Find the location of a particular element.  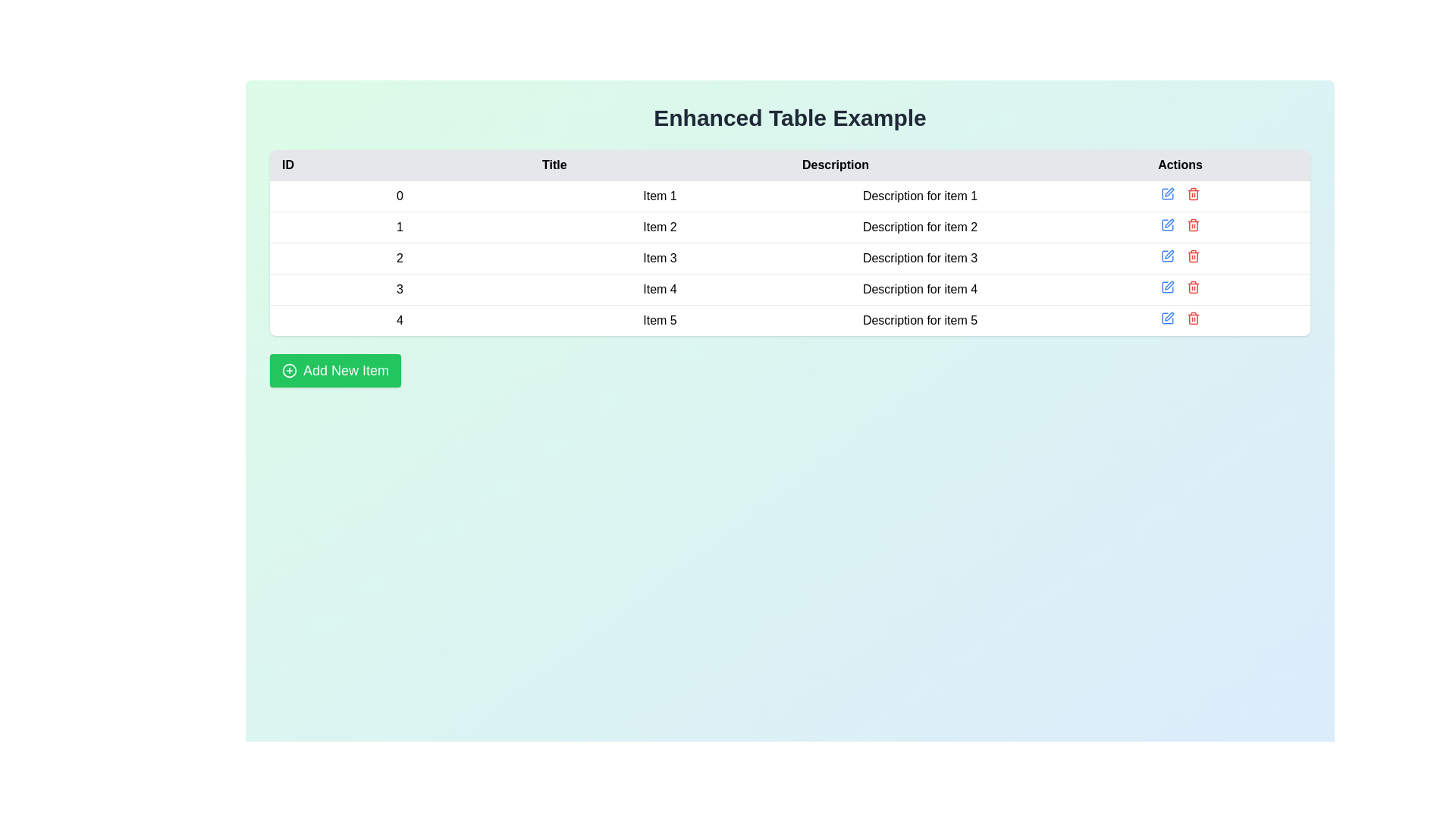

the third row in the table which contains the cells displaying the number '2', 'Item 3', and 'Description for item 3' is located at coordinates (789, 257).